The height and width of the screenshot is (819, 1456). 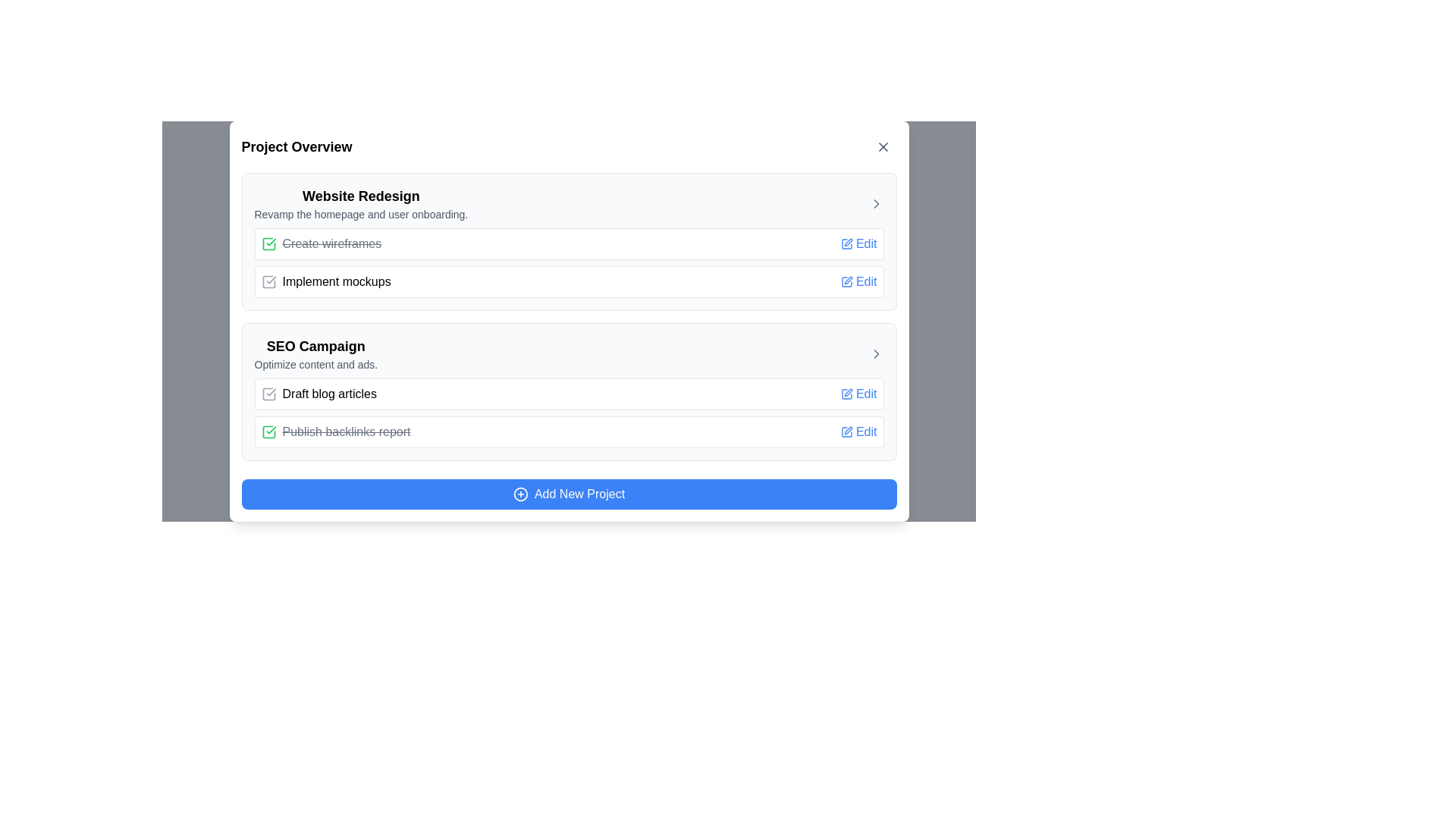 What do you see at coordinates (315, 365) in the screenshot?
I see `the descriptive text label providing details about the 'SEO Campaign' located beneath the header 'SEO Campaign' and aligned to the left in a card-styled layout` at bounding box center [315, 365].